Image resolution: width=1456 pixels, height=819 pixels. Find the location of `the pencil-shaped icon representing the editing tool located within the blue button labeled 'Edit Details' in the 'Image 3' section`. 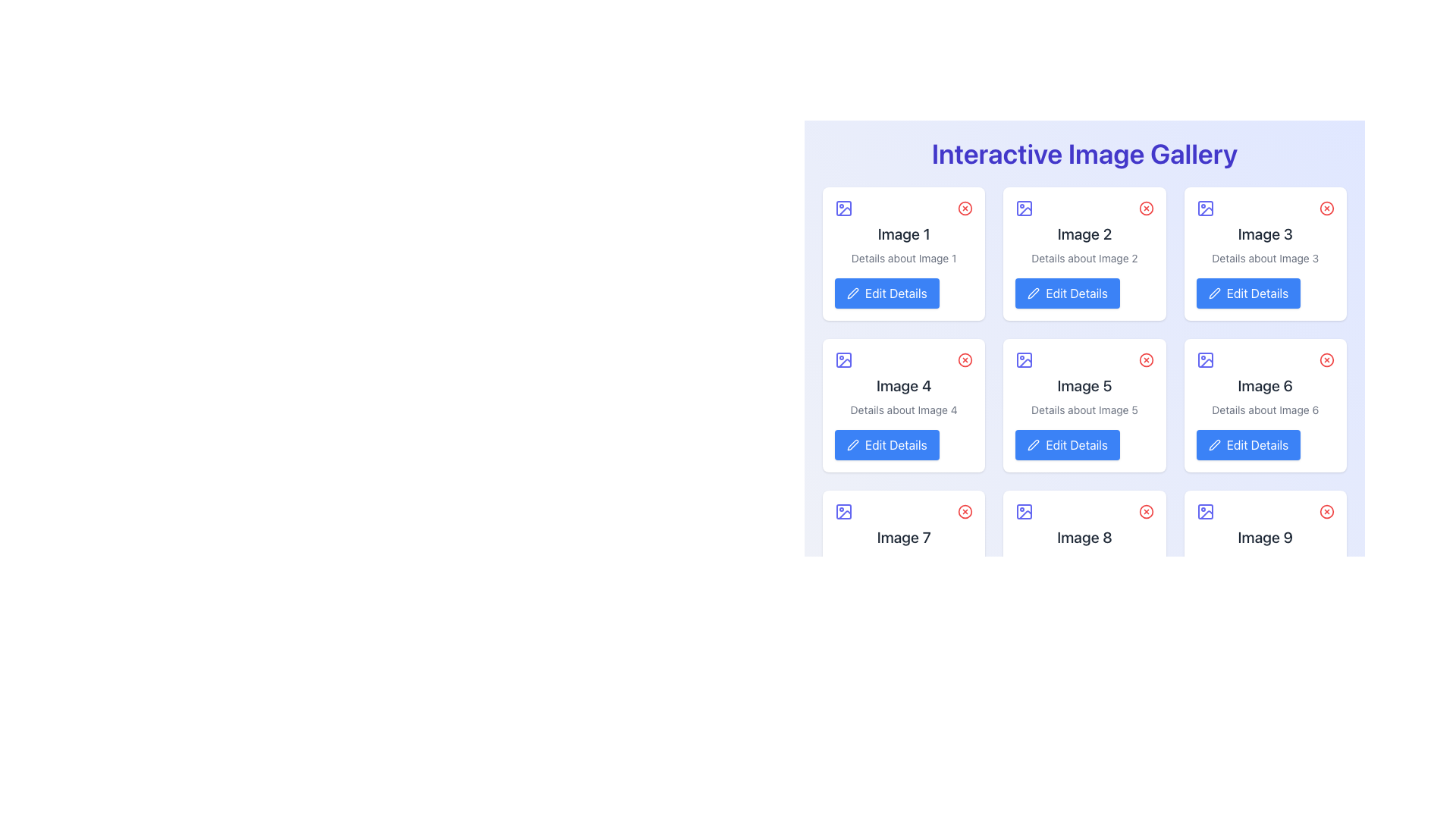

the pencil-shaped icon representing the editing tool located within the blue button labeled 'Edit Details' in the 'Image 3' section is located at coordinates (1214, 293).